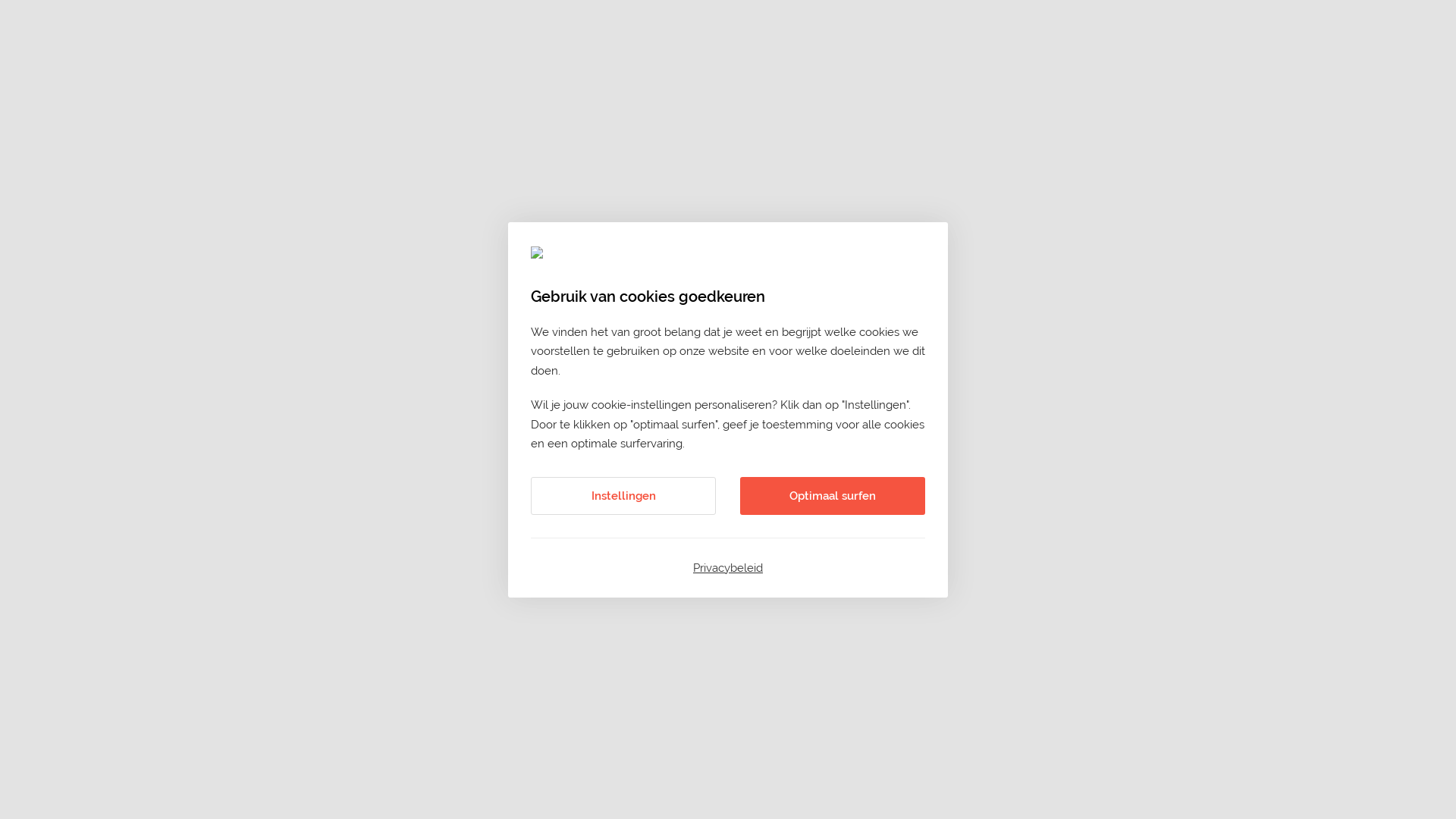  I want to click on 'Privacybeleid', so click(728, 567).